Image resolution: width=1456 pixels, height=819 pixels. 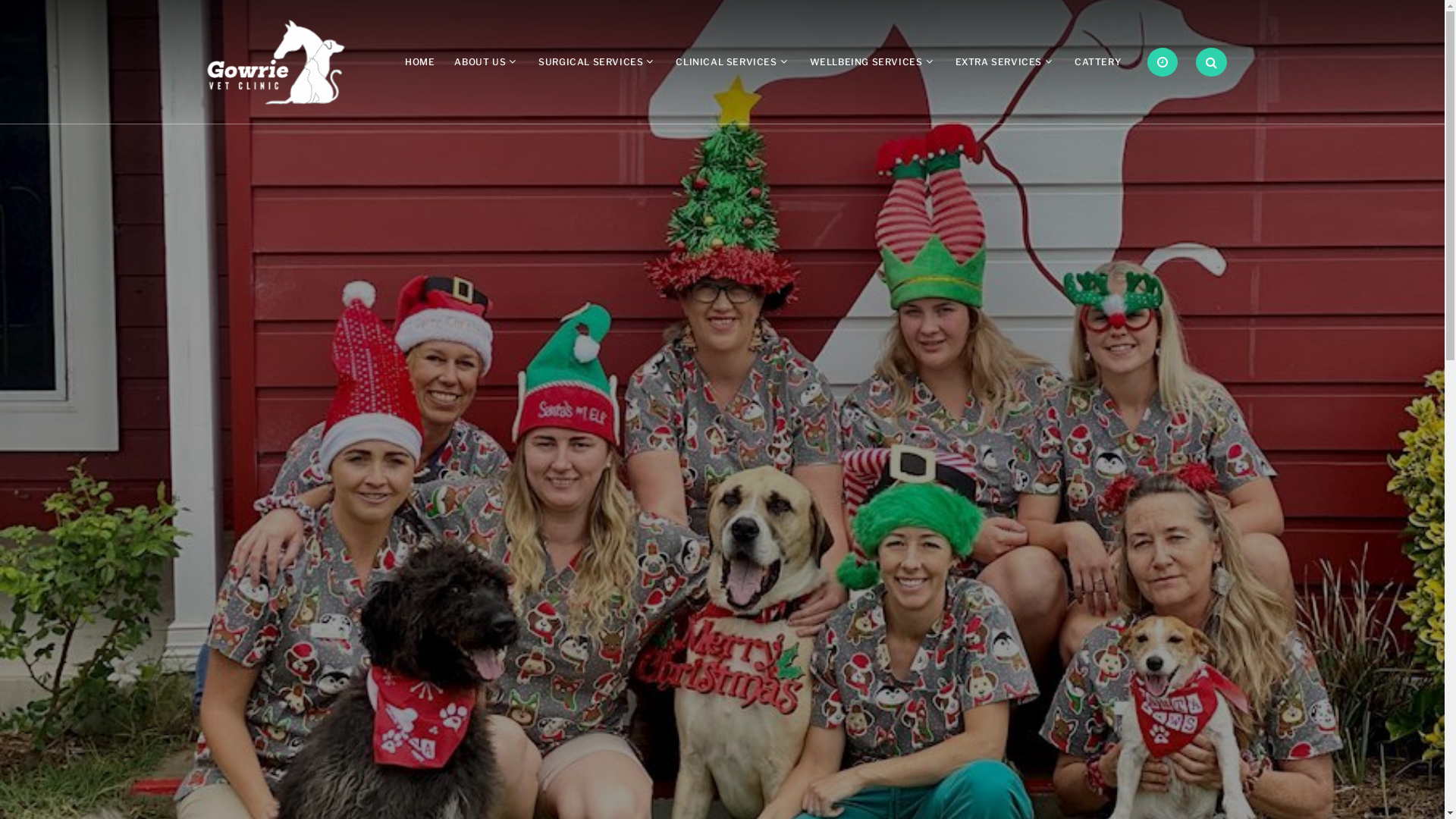 I want to click on 'CATTERY', so click(x=1097, y=61).